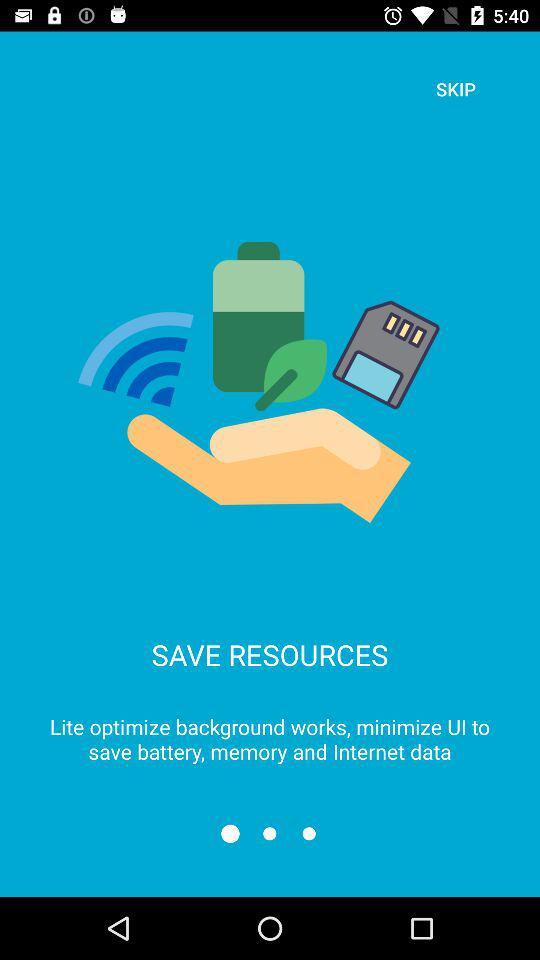 The image size is (540, 960). I want to click on about app last page, so click(309, 833).